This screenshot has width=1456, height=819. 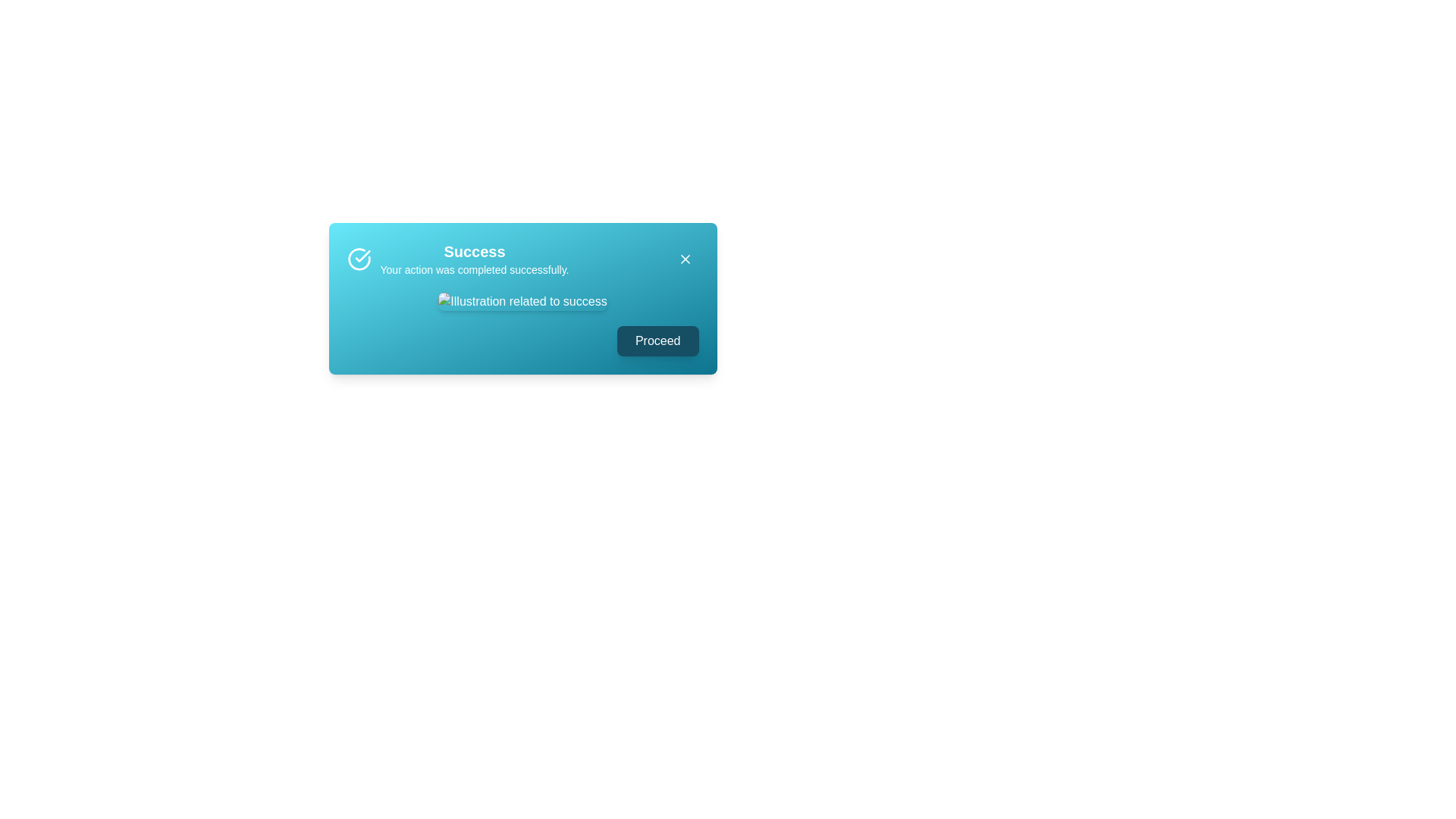 What do you see at coordinates (657, 341) in the screenshot?
I see `the 'Proceed' button to initiate the next step` at bounding box center [657, 341].